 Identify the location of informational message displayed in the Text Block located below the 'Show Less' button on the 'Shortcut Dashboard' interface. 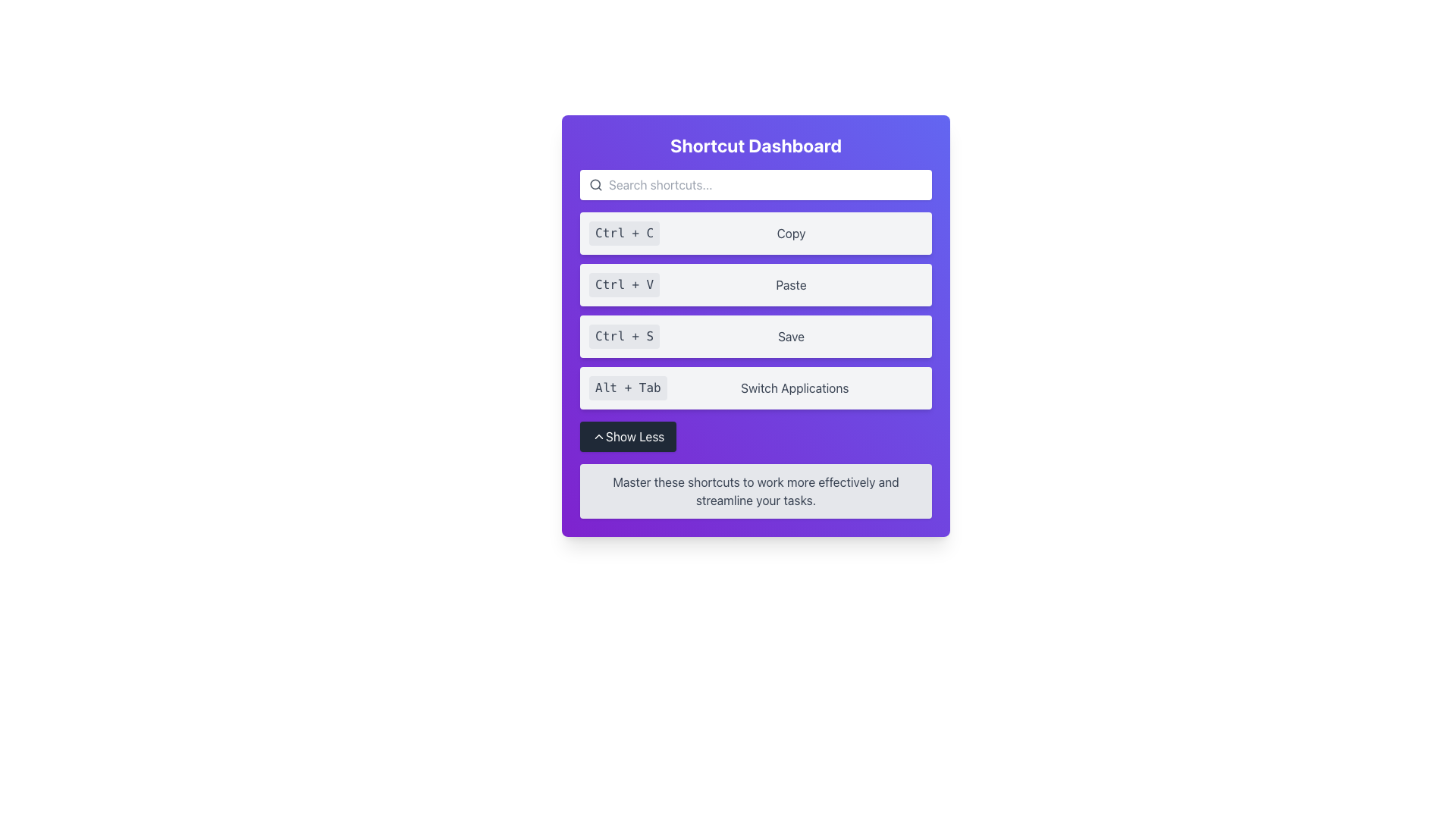
(756, 491).